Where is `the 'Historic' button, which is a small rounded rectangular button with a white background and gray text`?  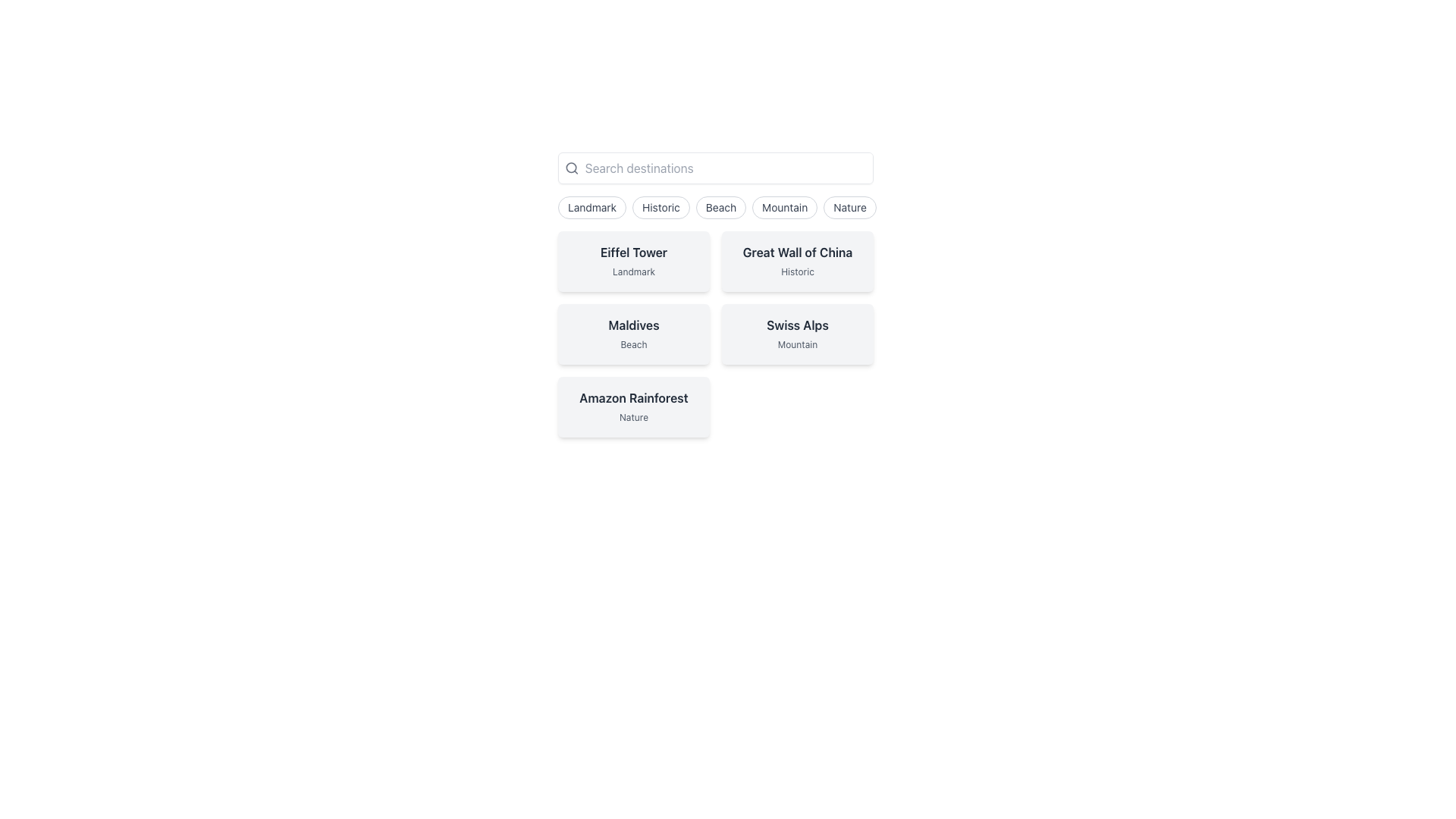 the 'Historic' button, which is a small rounded rectangular button with a white background and gray text is located at coordinates (661, 207).